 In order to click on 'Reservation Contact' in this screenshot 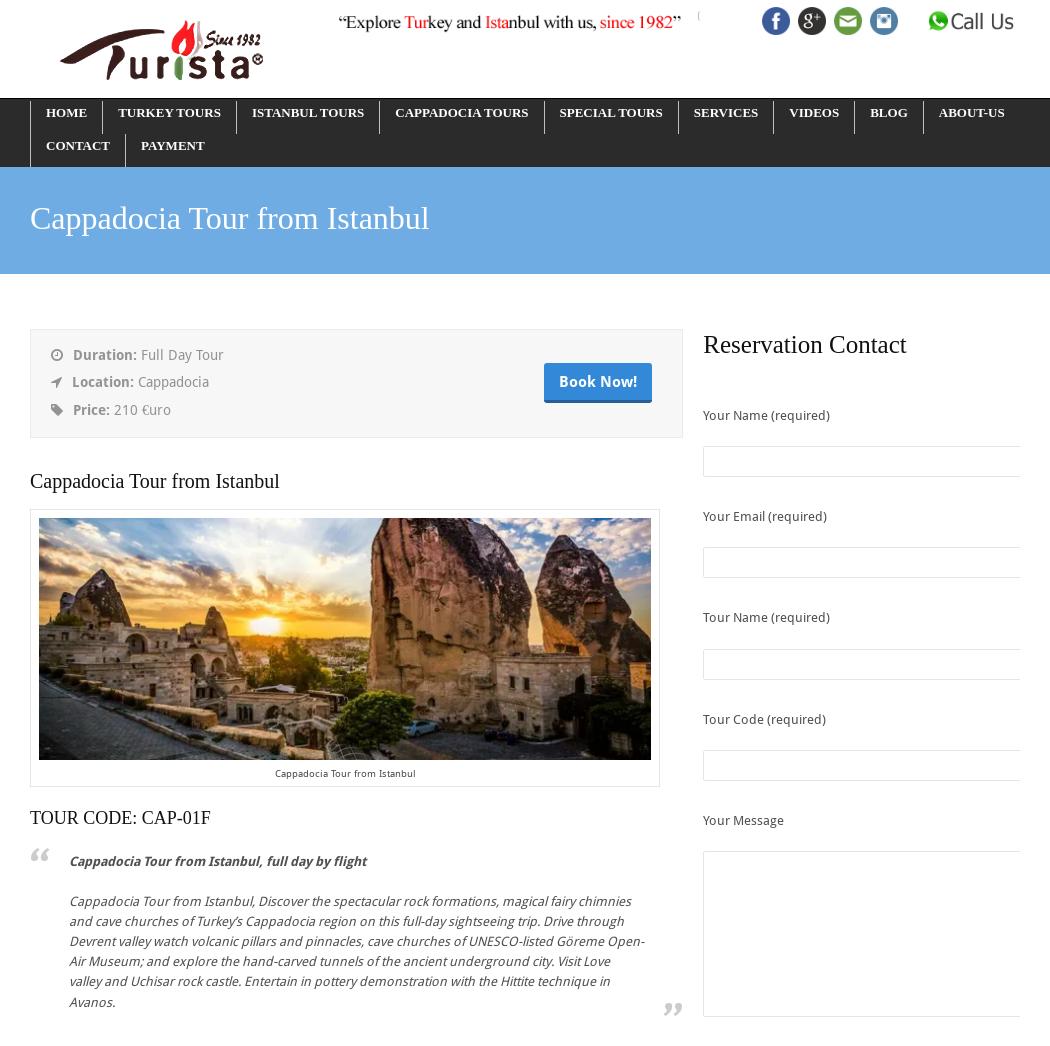, I will do `click(803, 342)`.